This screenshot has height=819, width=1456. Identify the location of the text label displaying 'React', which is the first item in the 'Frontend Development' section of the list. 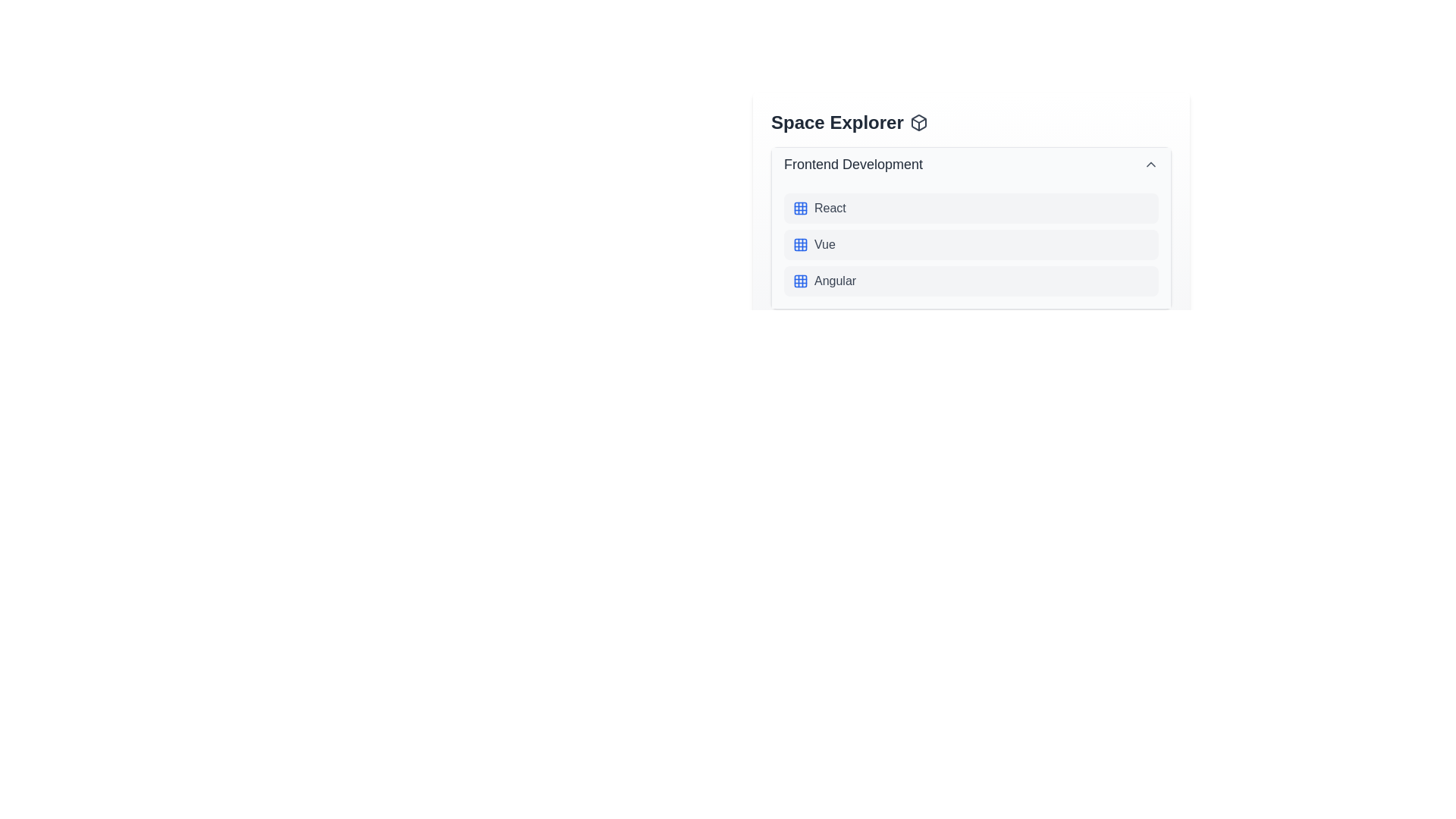
(829, 208).